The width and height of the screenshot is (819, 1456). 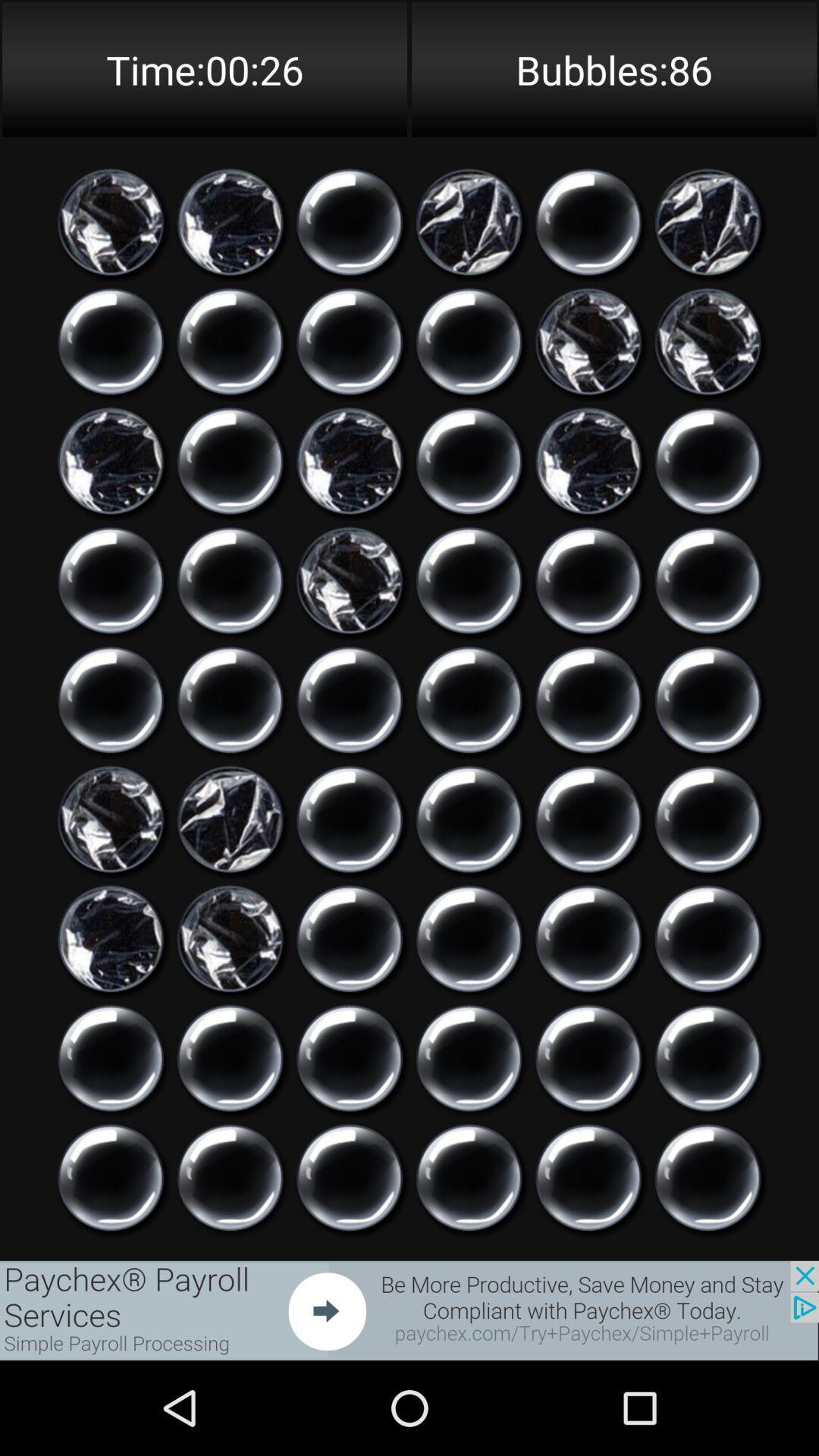 I want to click on the refresh icon, so click(x=350, y=1132).